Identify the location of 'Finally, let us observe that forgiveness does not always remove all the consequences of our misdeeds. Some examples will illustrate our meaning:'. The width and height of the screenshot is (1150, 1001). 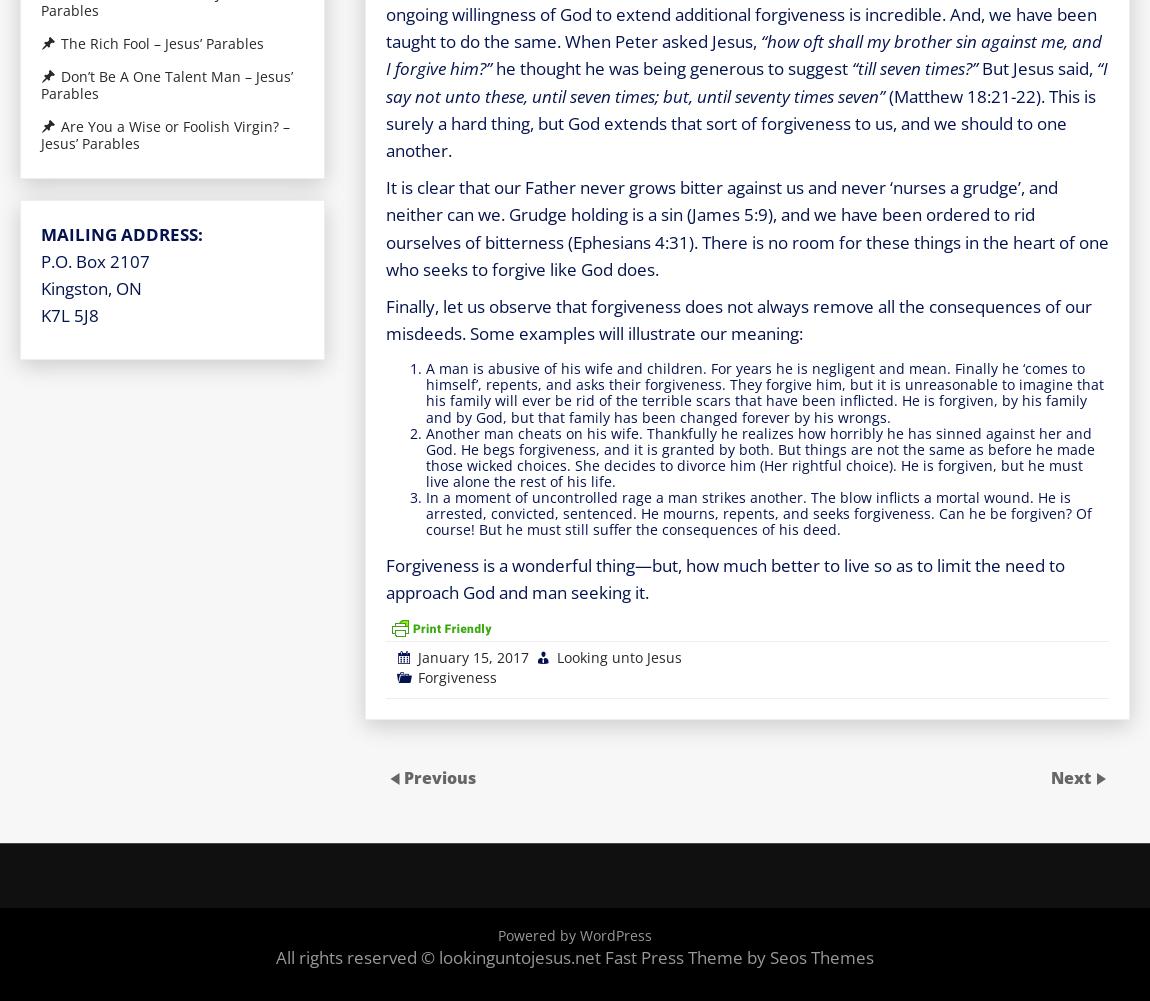
(737, 319).